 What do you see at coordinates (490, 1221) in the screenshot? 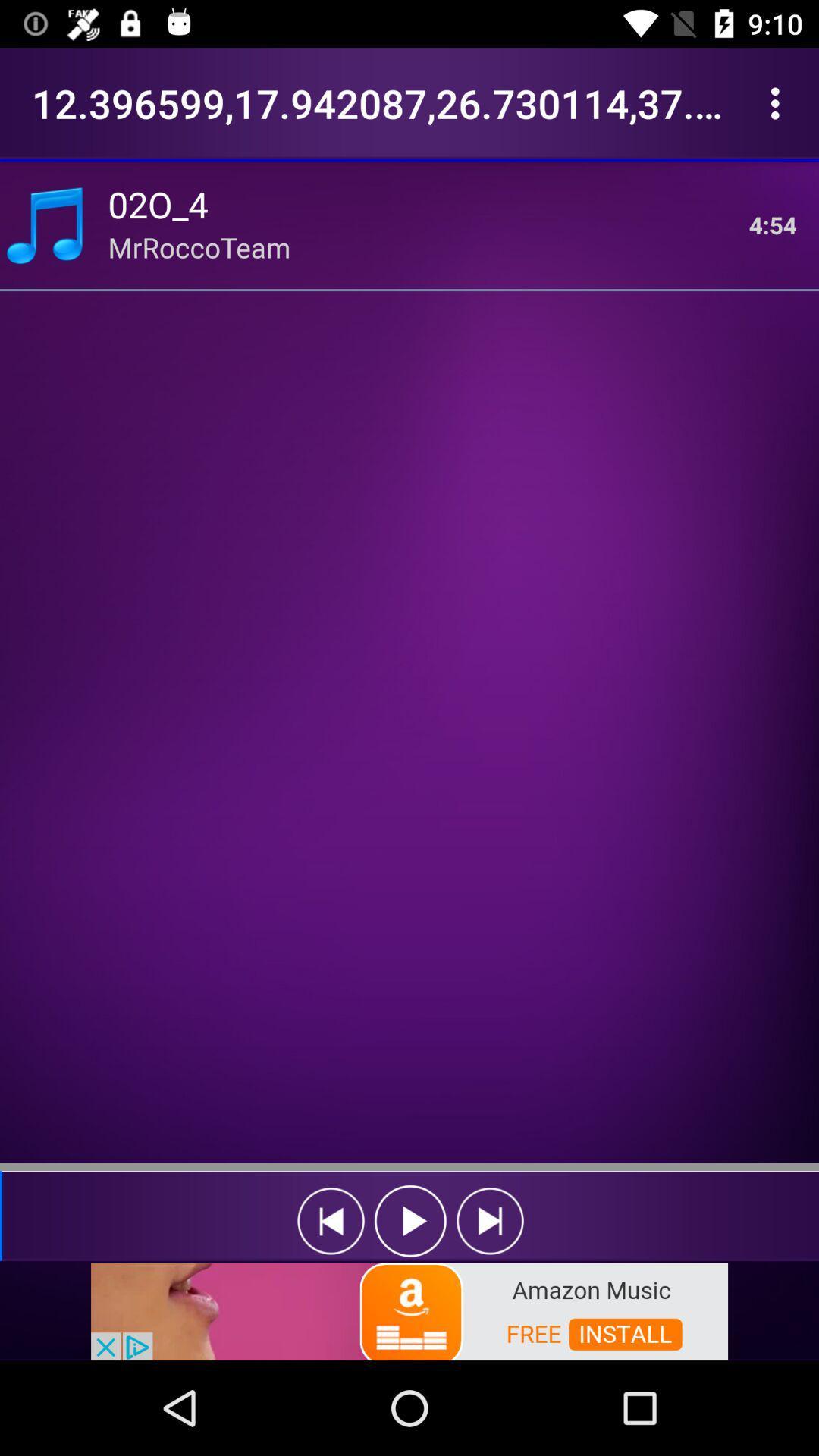
I see `to goto next music in the music list` at bounding box center [490, 1221].